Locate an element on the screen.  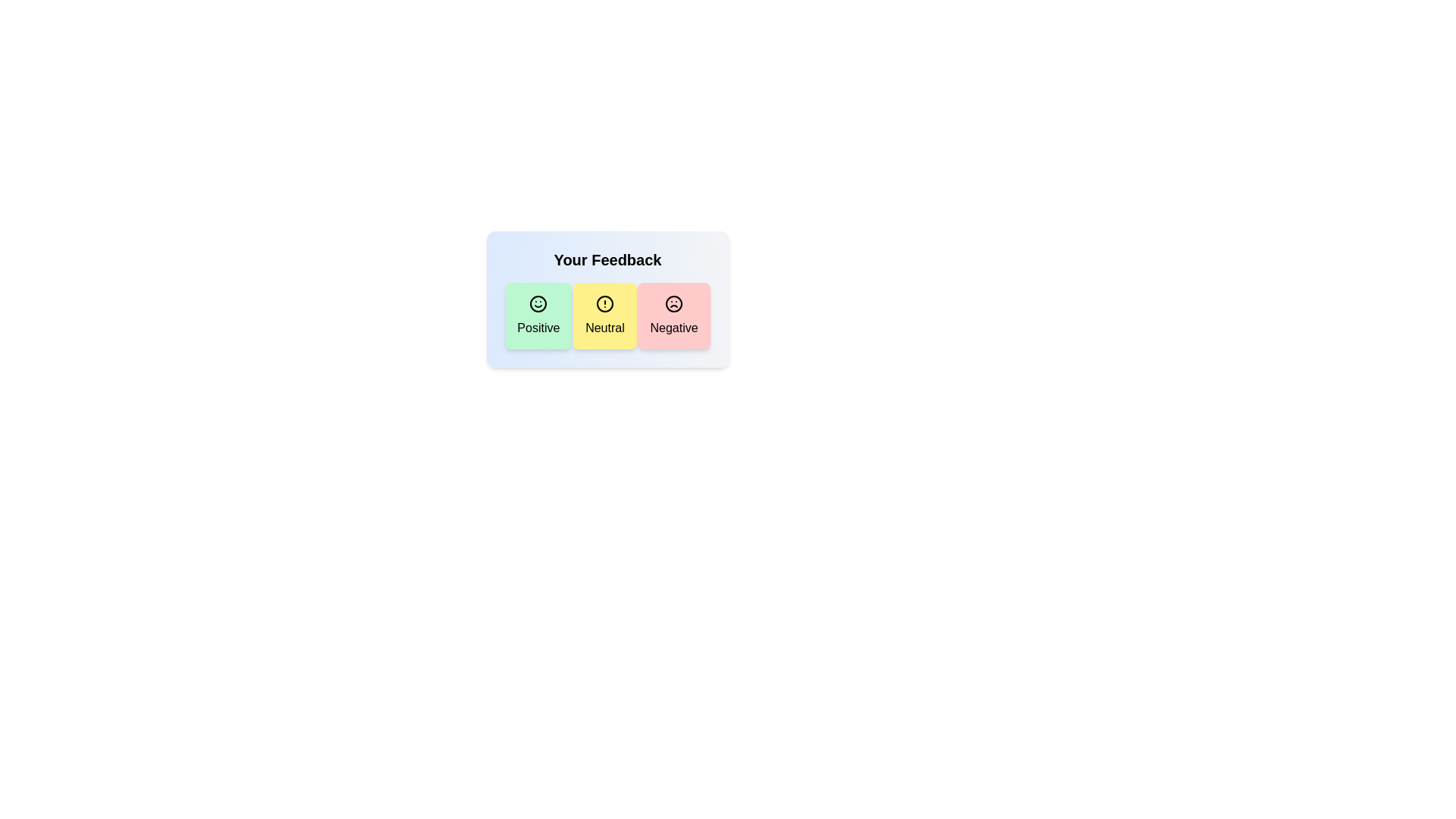
the 'Neutral' feedback button, which is a yellow rectangular button with rounded corners, containing a black exclamation mark and the text 'Neutral' in bold black font is located at coordinates (604, 315).